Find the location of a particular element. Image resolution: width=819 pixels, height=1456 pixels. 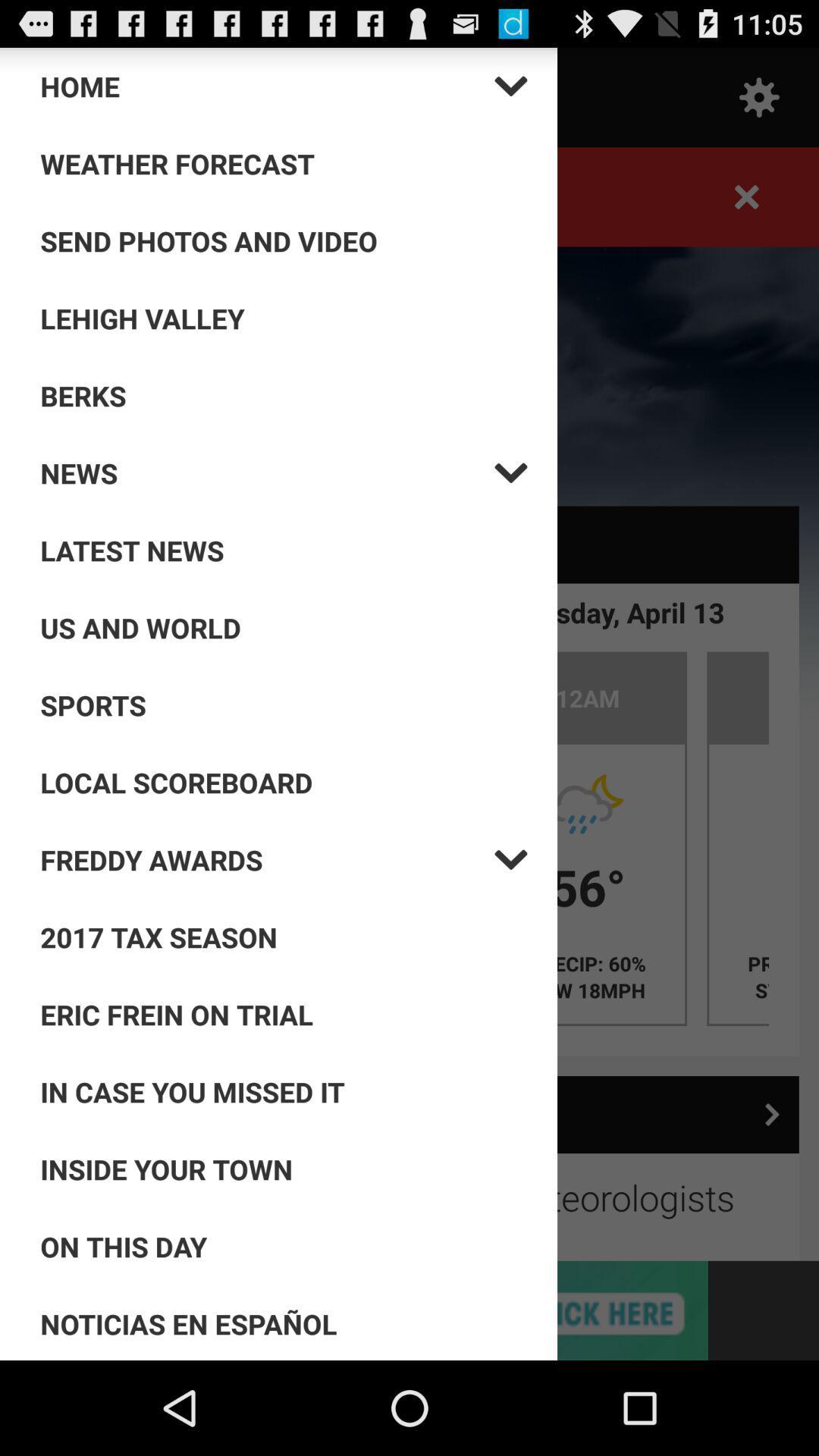

the button below lehigh valley is located at coordinates (284, 396).